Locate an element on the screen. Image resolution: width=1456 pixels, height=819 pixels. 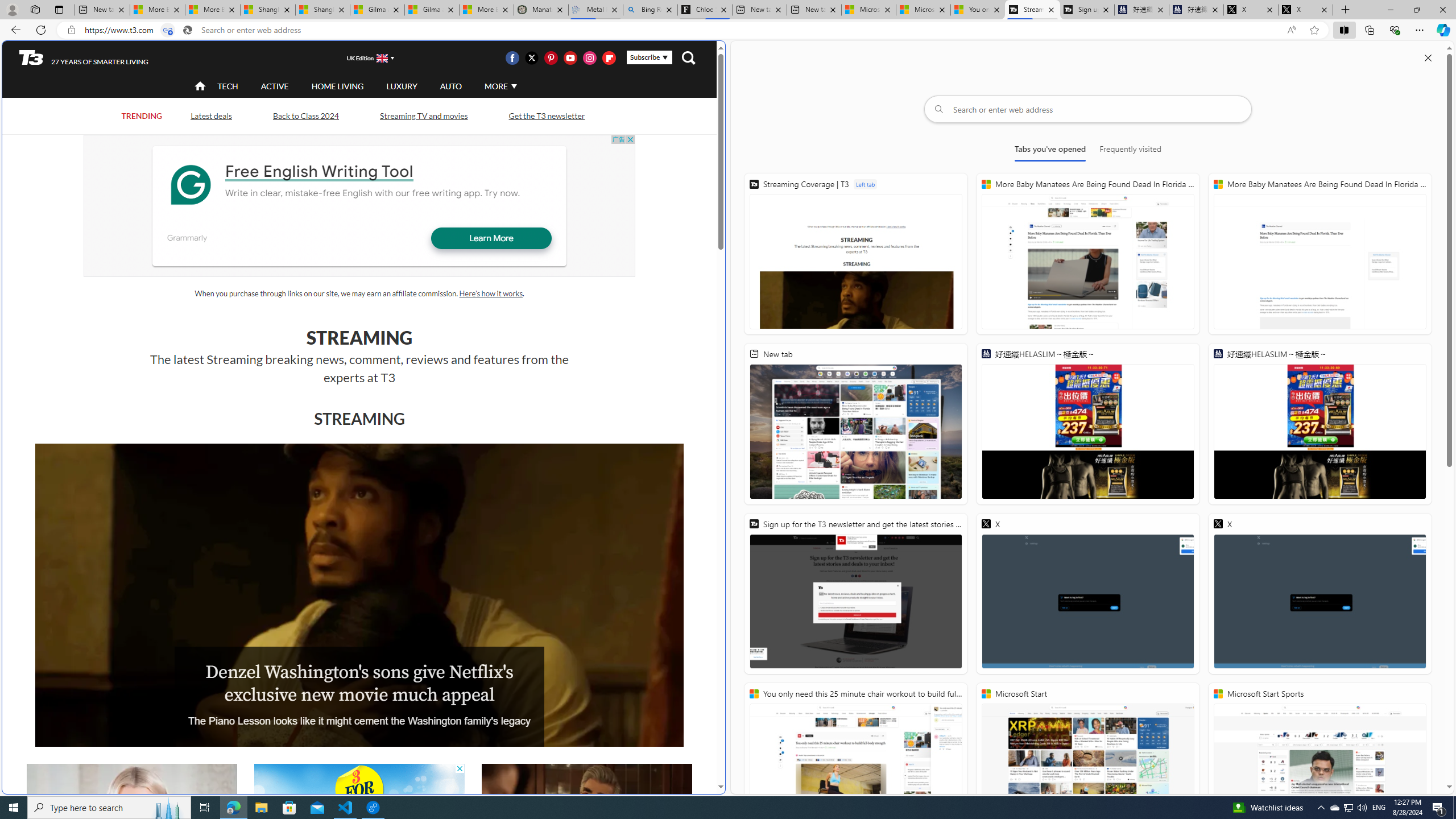
'ACTIVE' is located at coordinates (274, 85).